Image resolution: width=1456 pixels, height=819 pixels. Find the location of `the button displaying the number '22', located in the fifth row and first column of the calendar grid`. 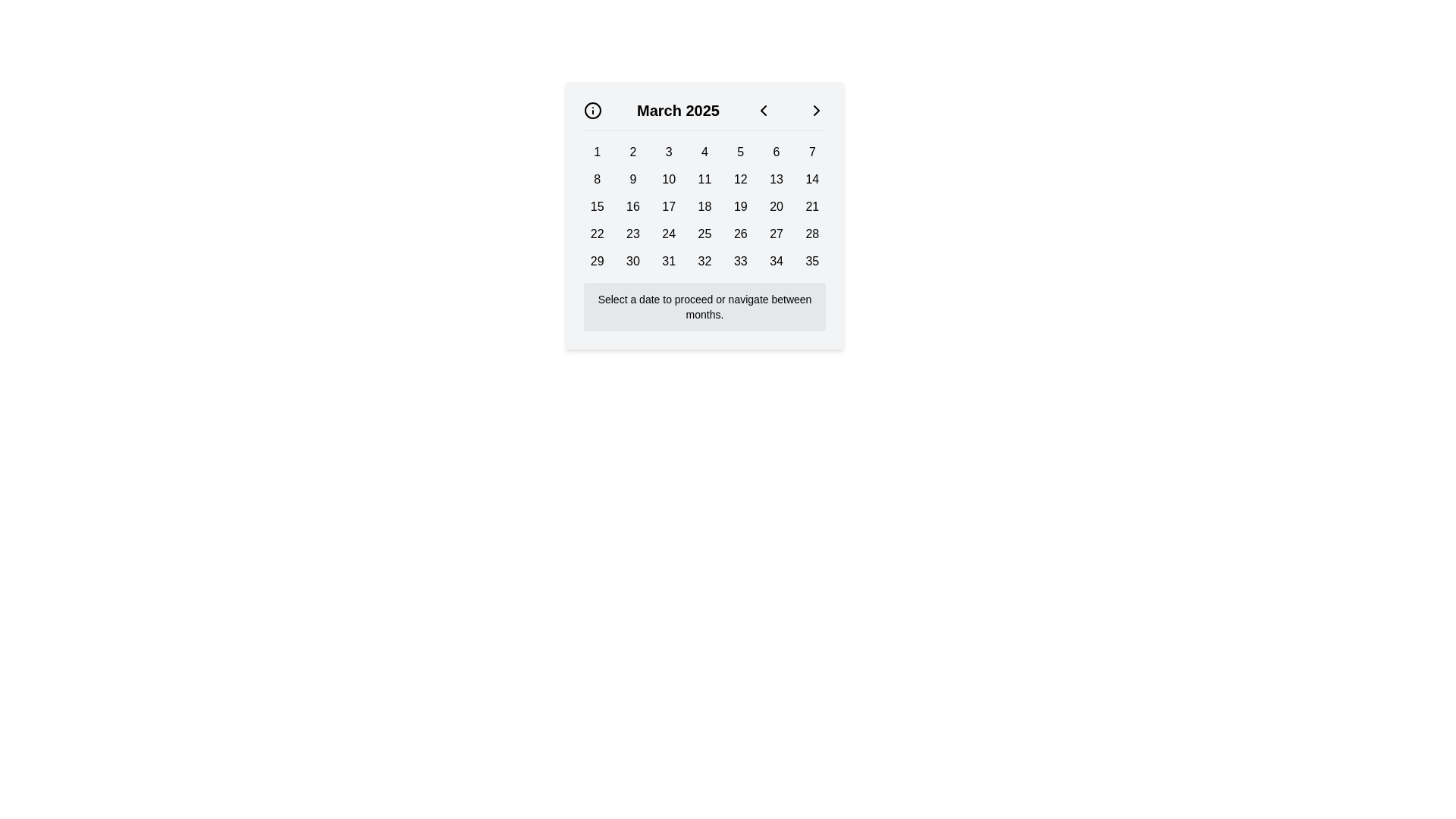

the button displaying the number '22', located in the fifth row and first column of the calendar grid is located at coordinates (596, 234).